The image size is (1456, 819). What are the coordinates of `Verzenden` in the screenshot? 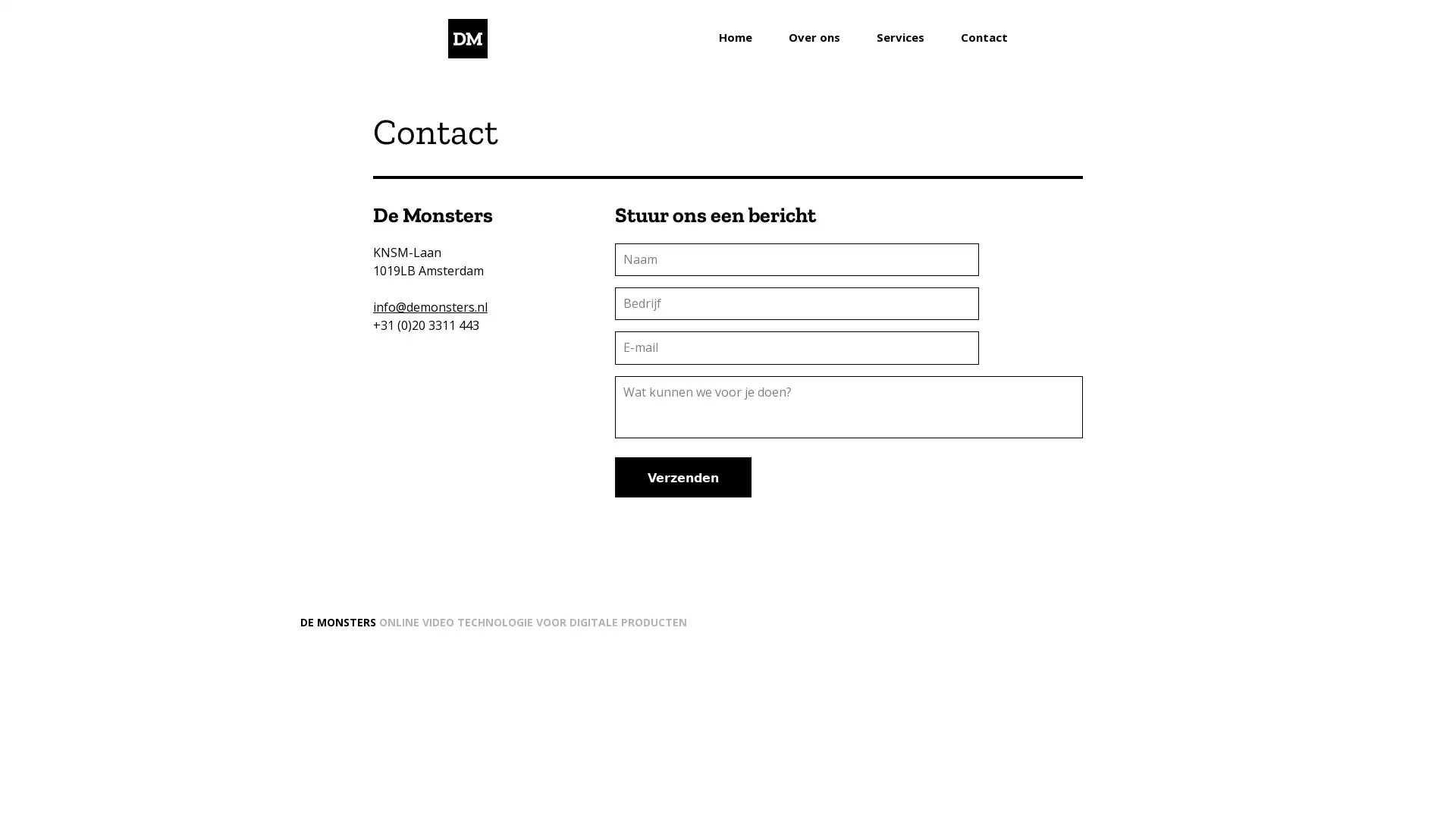 It's located at (682, 475).